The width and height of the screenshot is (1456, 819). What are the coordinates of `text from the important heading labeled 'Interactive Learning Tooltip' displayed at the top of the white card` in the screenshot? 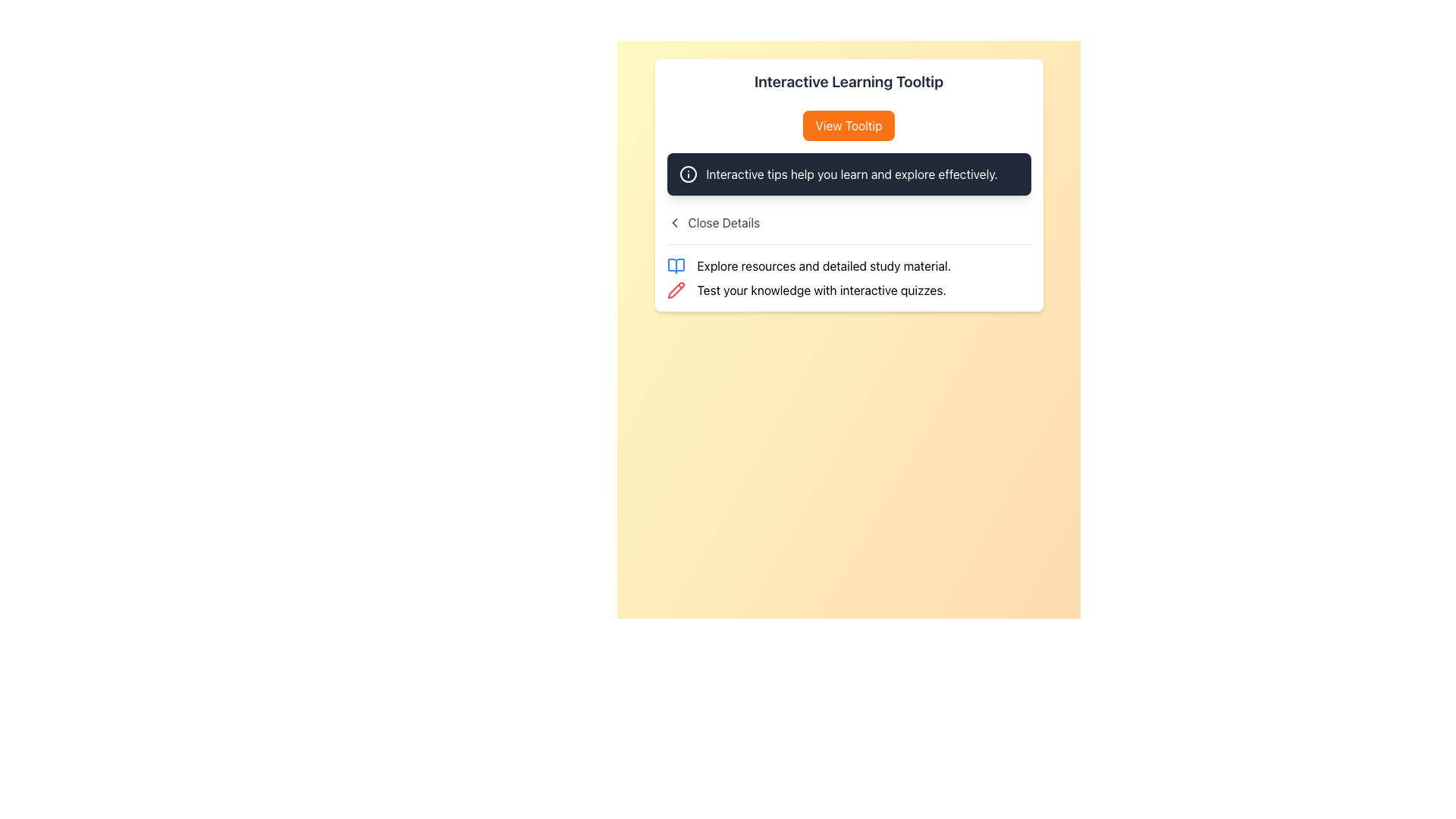 It's located at (848, 82).